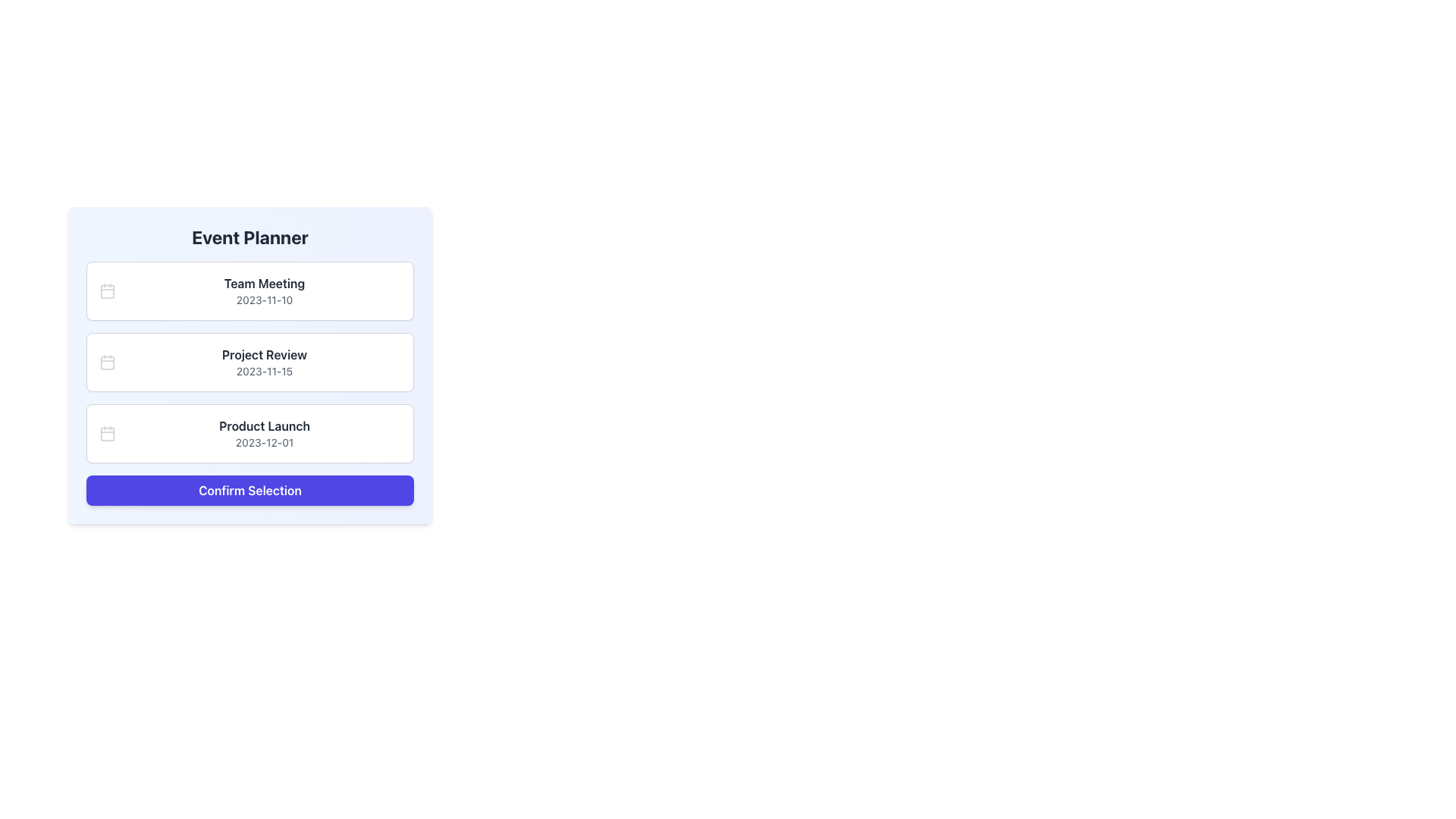 The height and width of the screenshot is (819, 1456). I want to click on the first selectable card, so click(250, 291).